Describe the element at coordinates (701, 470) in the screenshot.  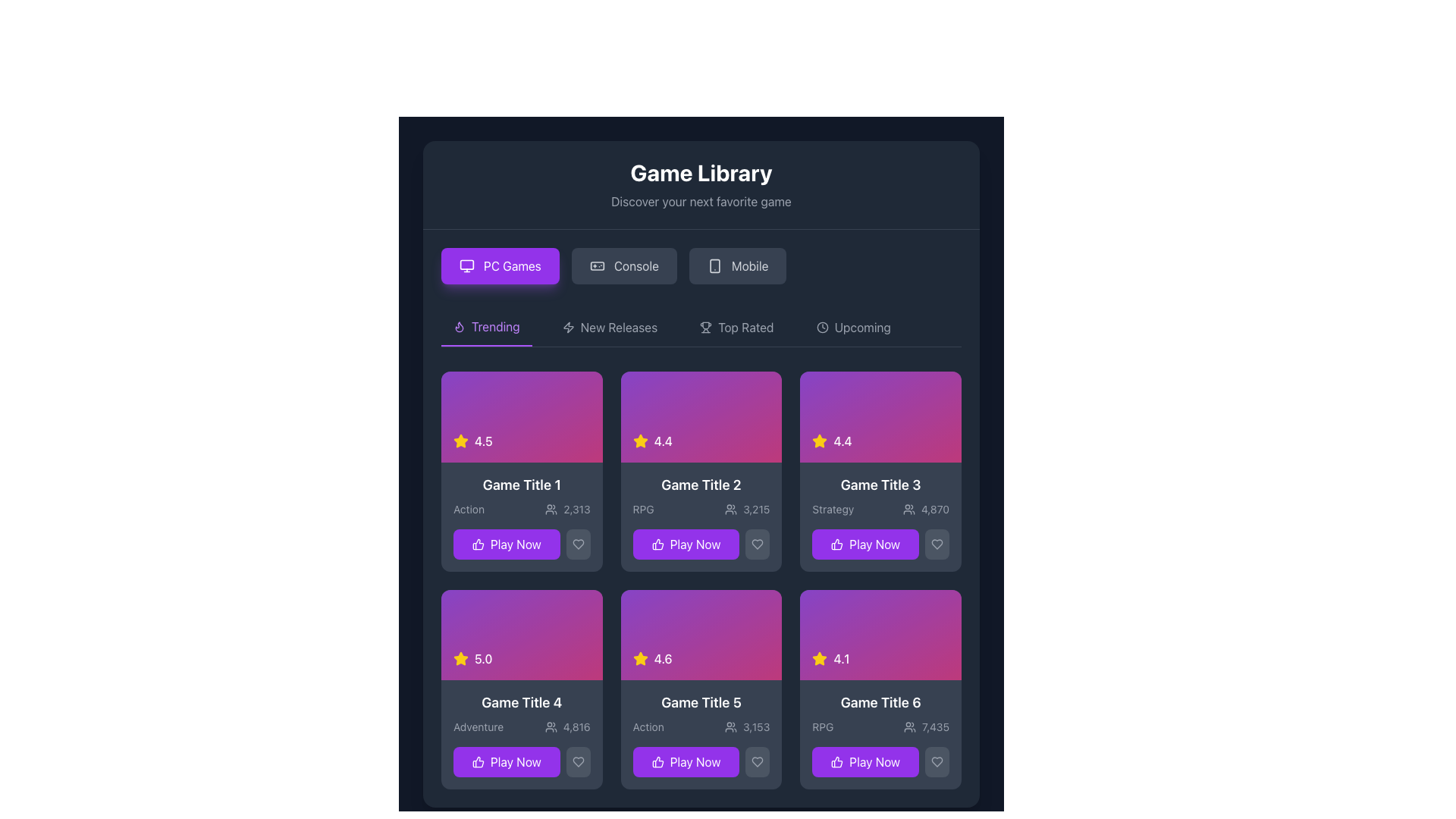
I see `the yellow star rating in the second game card` at that location.